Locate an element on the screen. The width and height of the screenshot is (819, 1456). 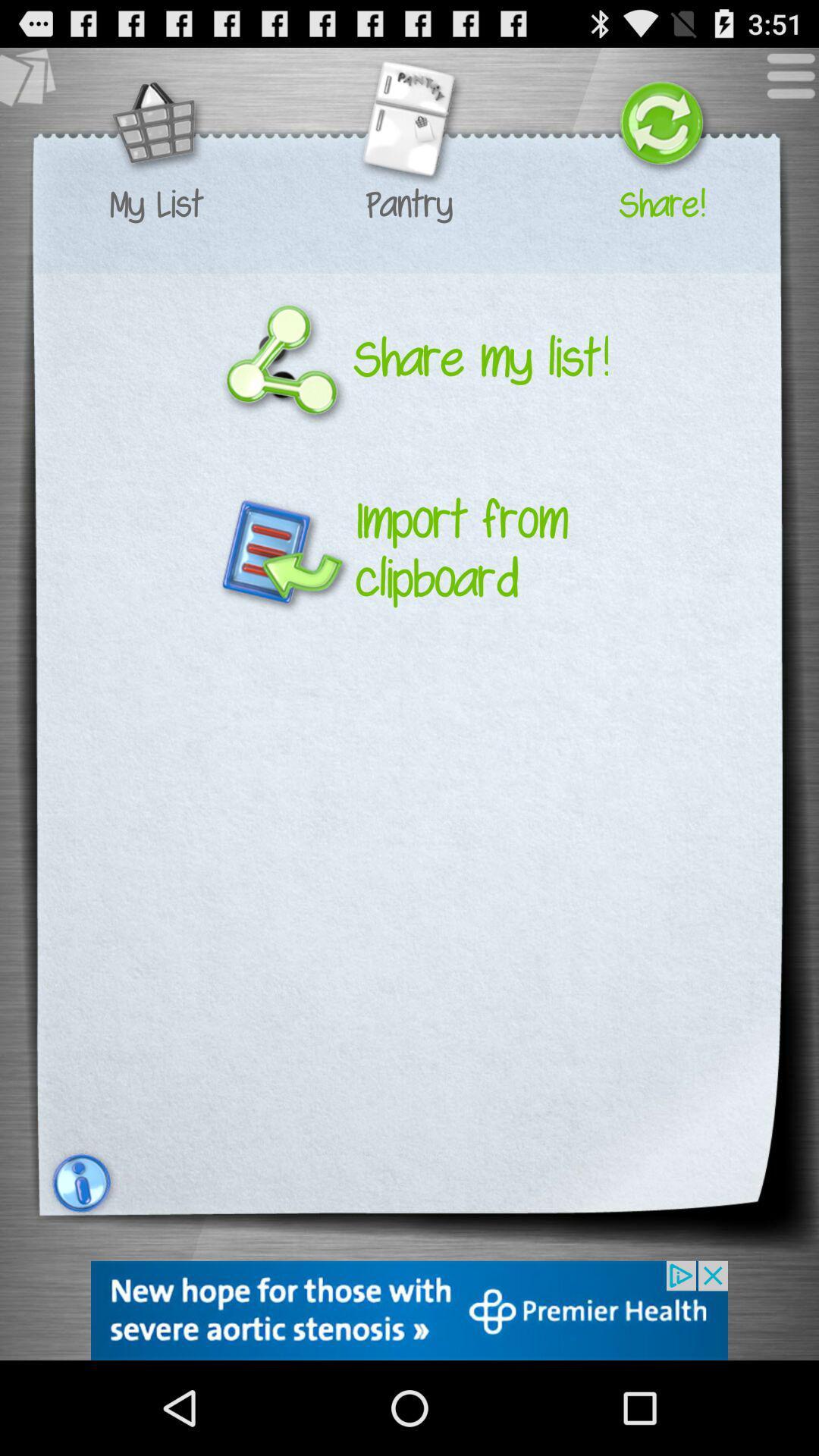
share your list is located at coordinates (661, 125).